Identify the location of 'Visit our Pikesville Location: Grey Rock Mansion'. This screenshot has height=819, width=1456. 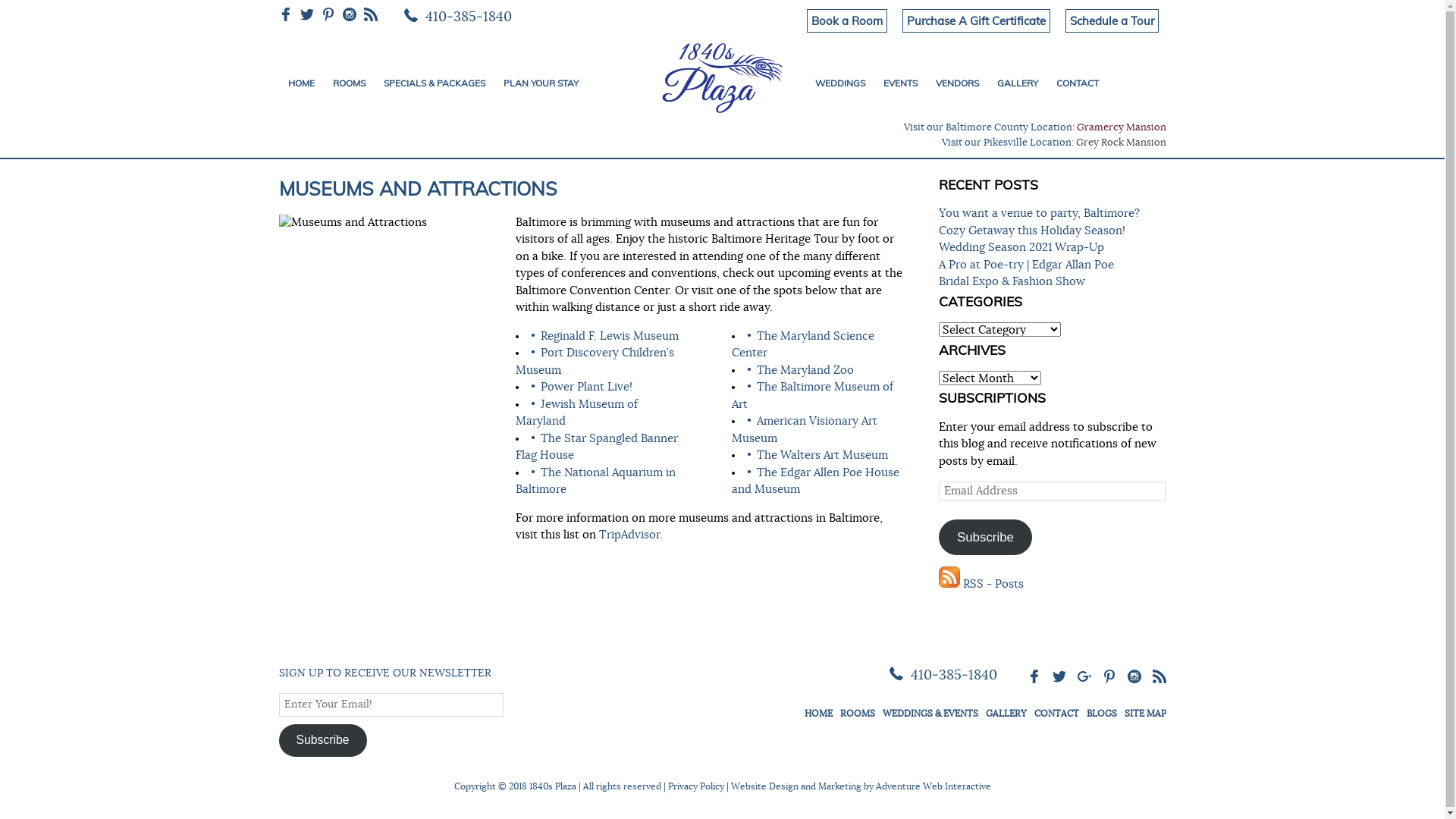
(1053, 143).